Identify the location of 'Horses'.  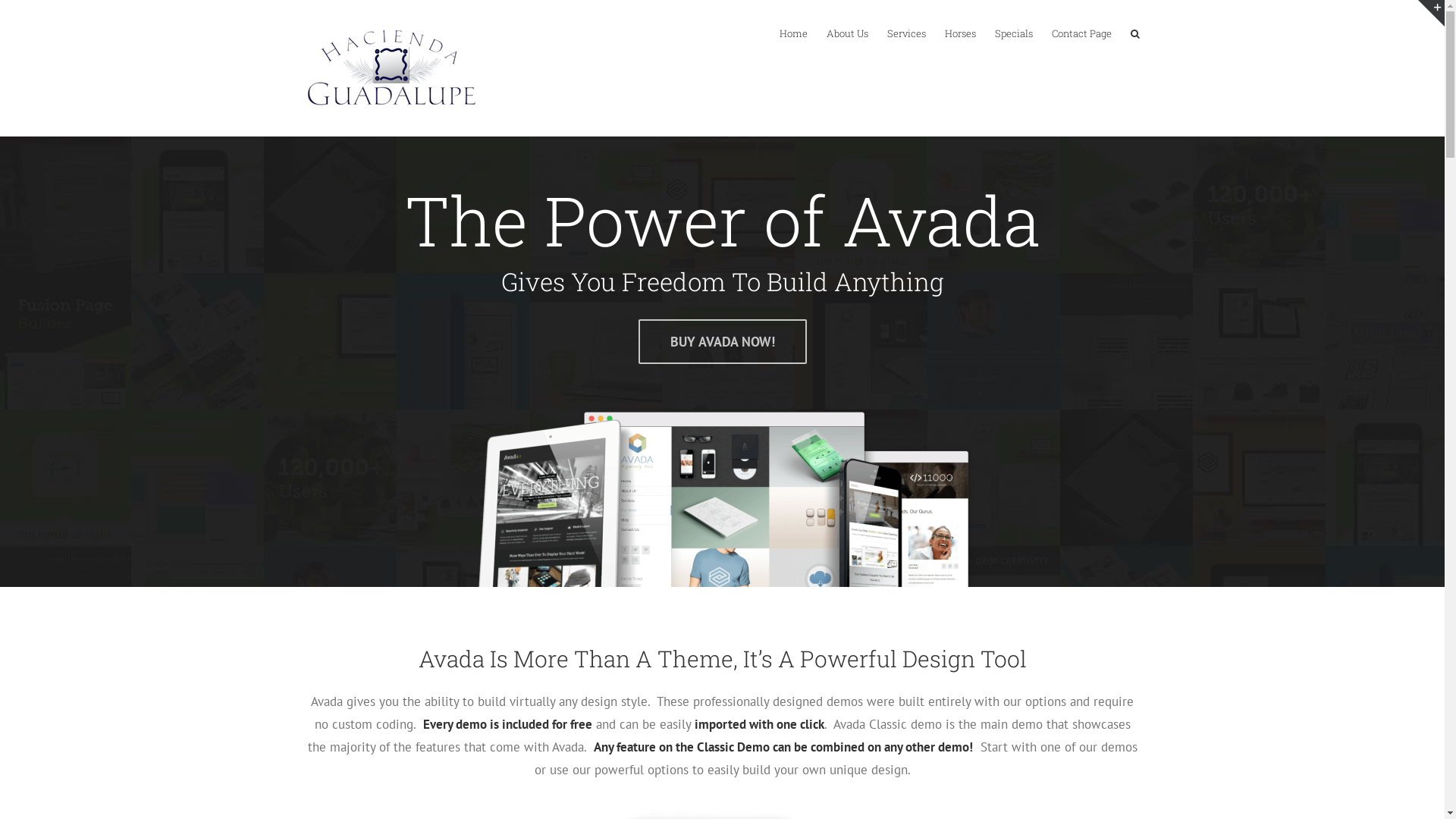
(959, 32).